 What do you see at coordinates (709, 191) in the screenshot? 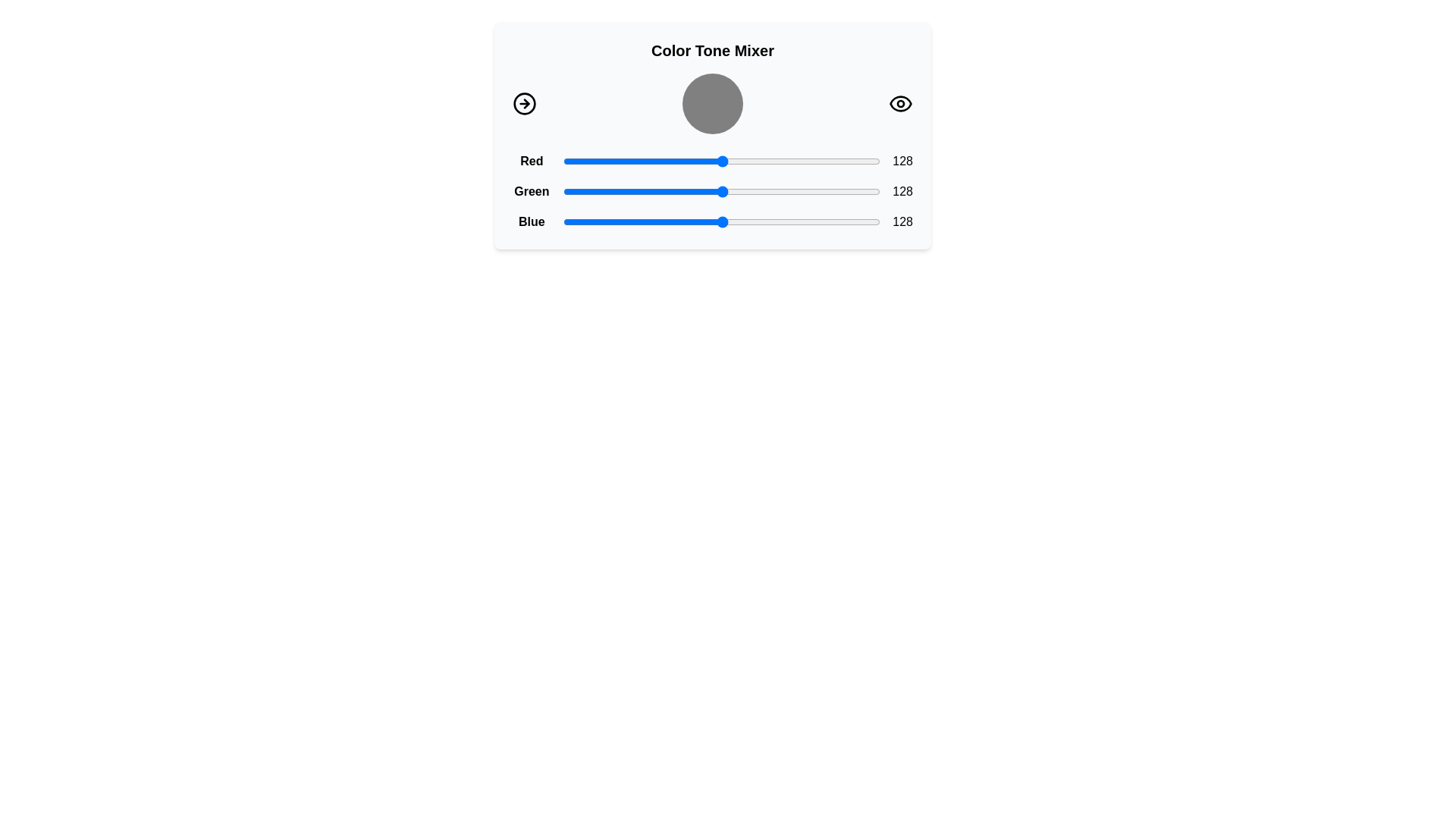
I see `the green color intensity` at bounding box center [709, 191].